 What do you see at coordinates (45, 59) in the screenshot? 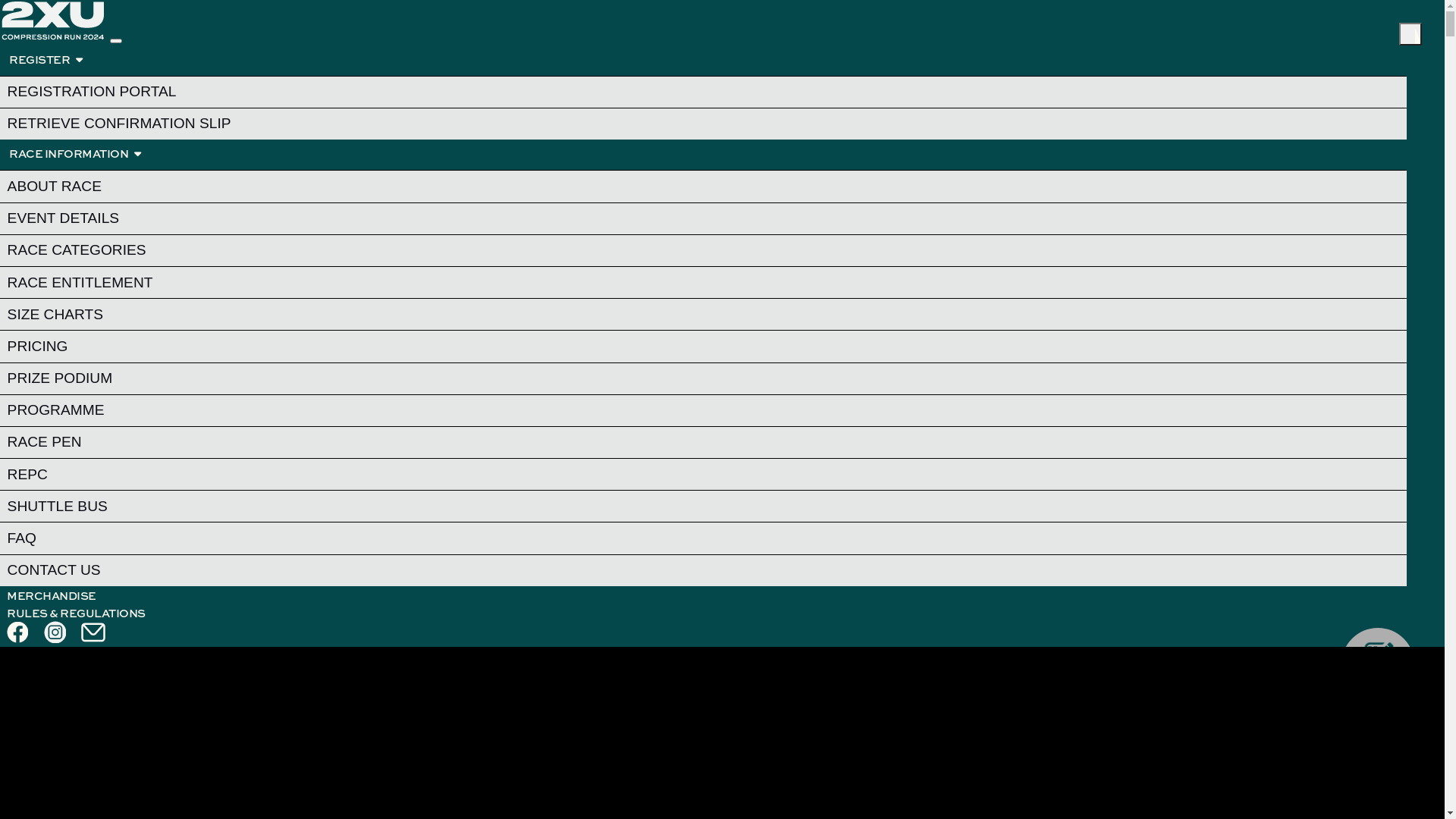
I see `'REGISTER  '` at bounding box center [45, 59].